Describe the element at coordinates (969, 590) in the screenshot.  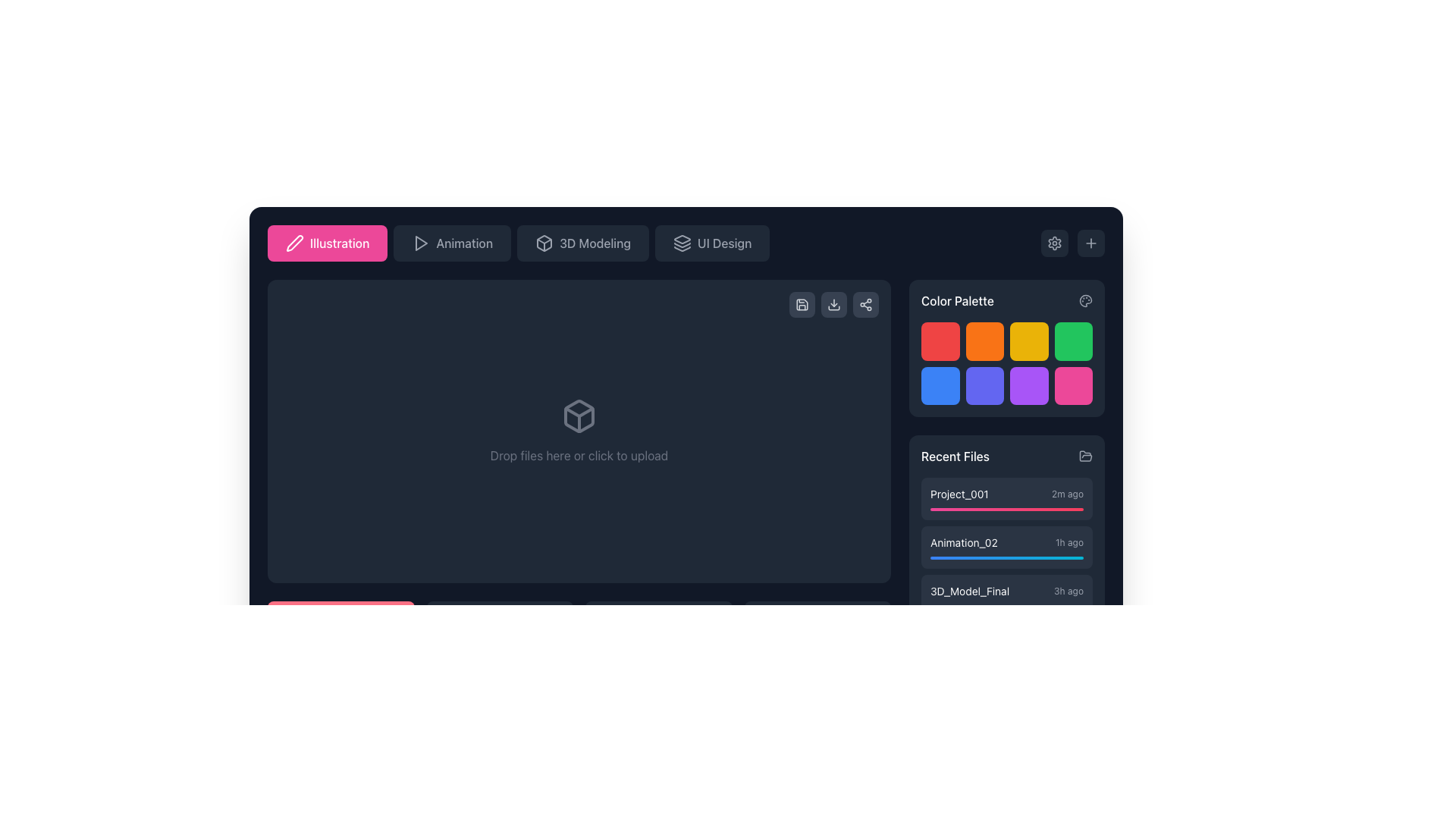
I see `label displaying the file name in the 'Recent Files' panel, located to the left of the timestamp labeled '3h ago'` at that location.